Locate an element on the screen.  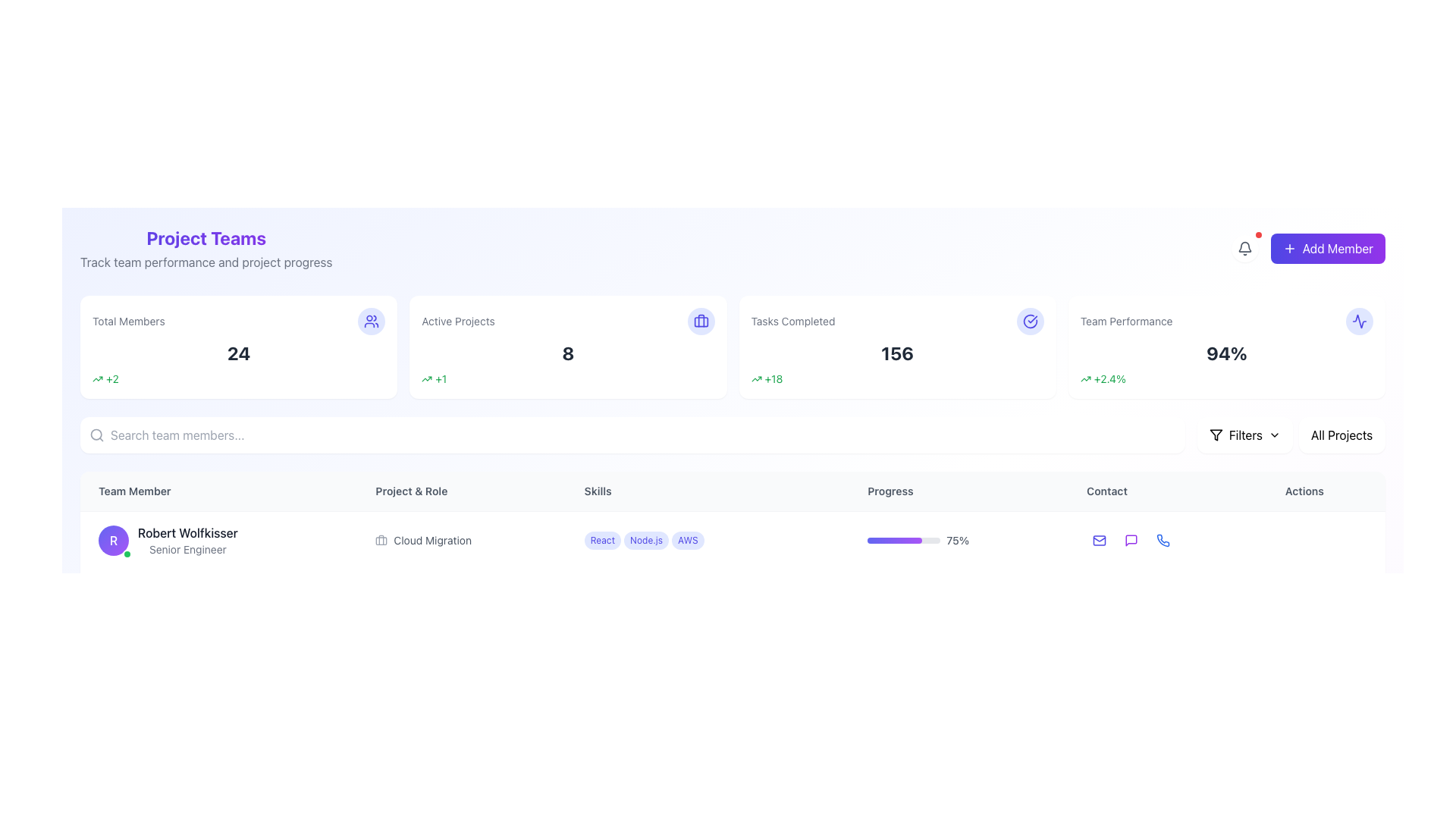
the Tag/Label with the text 'Node.js' which is a small pill-shaped label with a light indigo background, located under the 'Skills' column in the row for 'Robert Wolfkisser.' is located at coordinates (646, 540).